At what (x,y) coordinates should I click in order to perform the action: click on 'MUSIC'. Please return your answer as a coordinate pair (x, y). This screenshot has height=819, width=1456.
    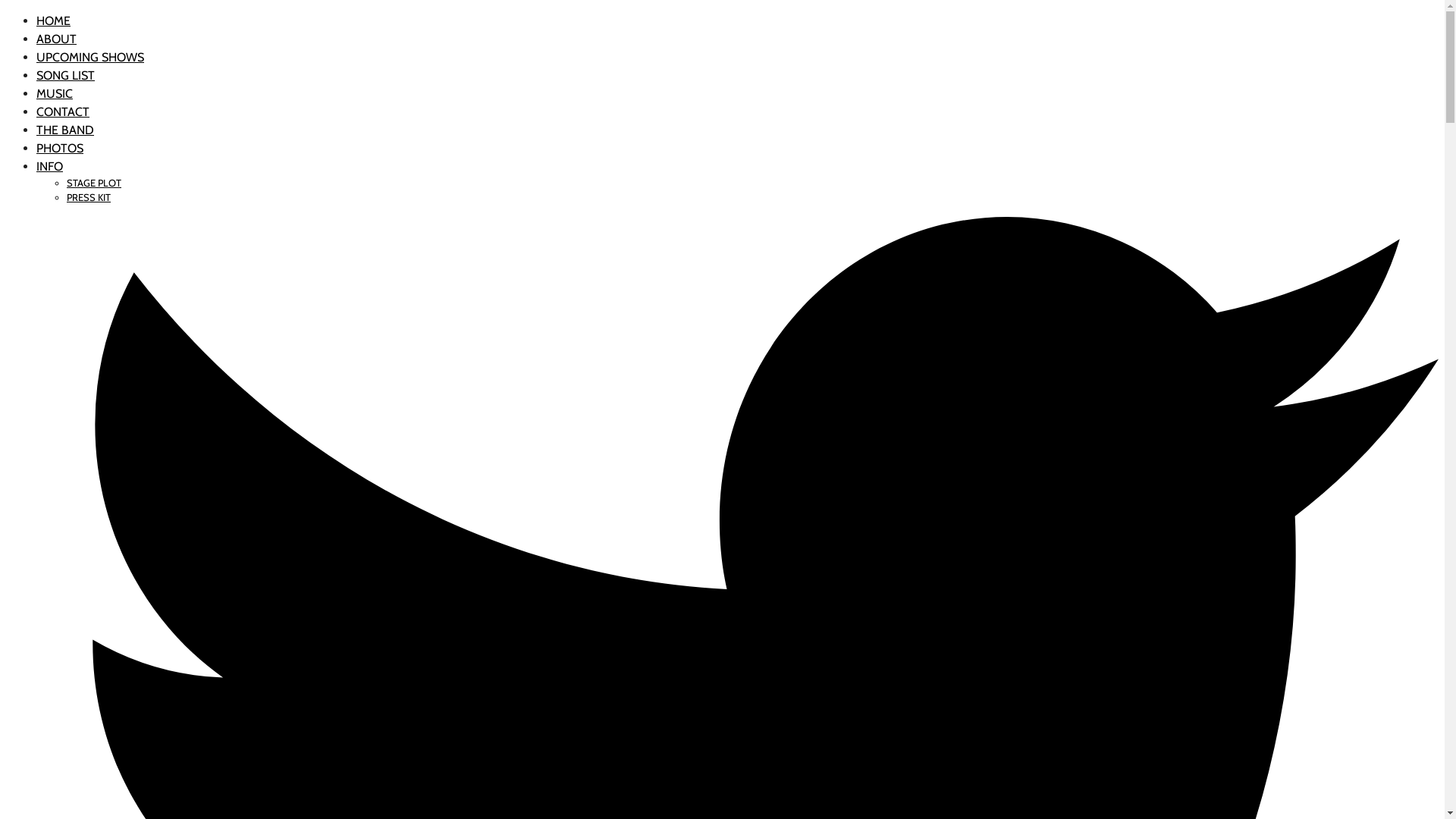
    Looking at the image, I should click on (55, 93).